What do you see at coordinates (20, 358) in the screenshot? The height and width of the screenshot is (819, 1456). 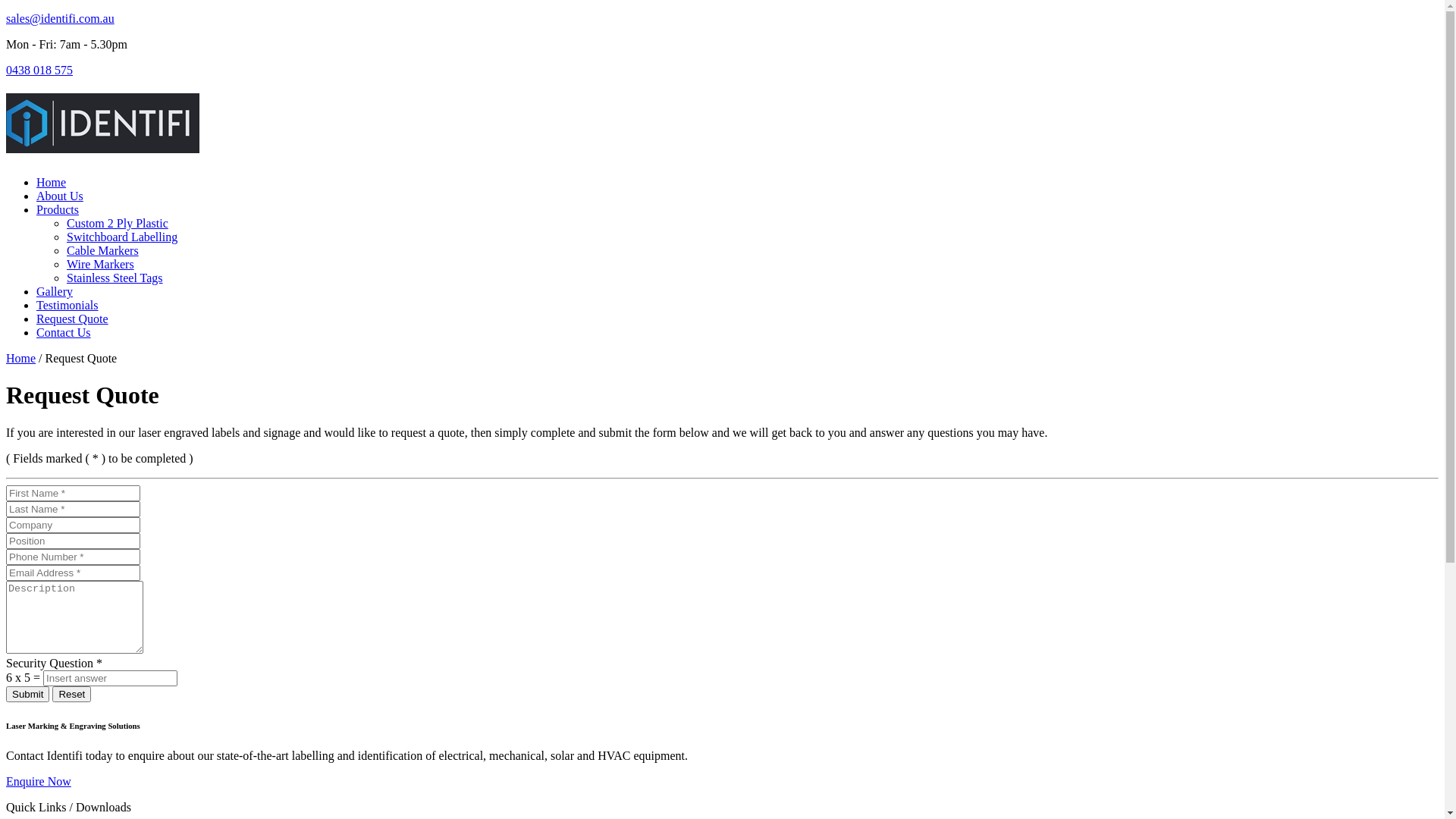 I see `'Home'` at bounding box center [20, 358].